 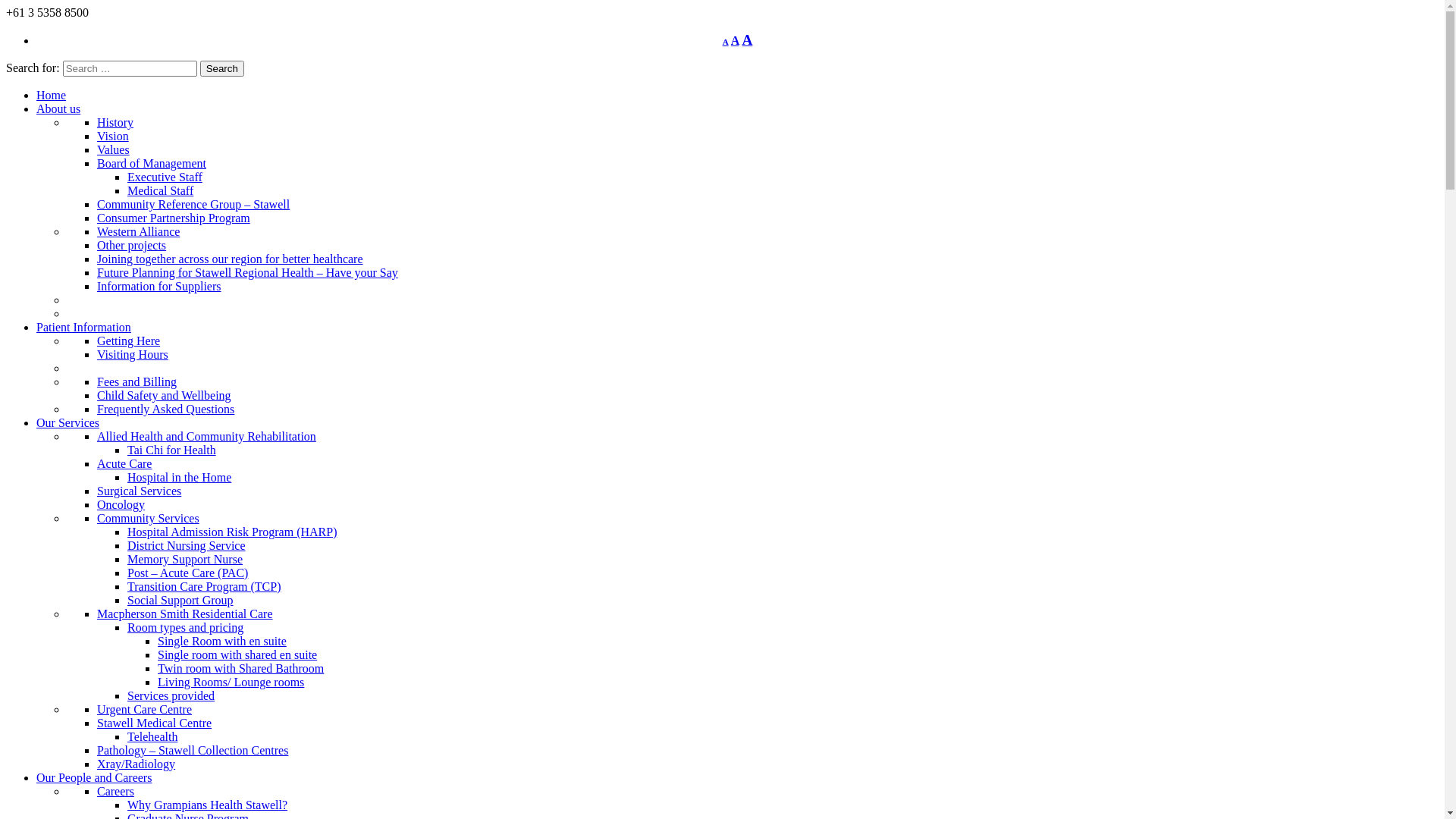 What do you see at coordinates (148, 517) in the screenshot?
I see `'Community Services'` at bounding box center [148, 517].